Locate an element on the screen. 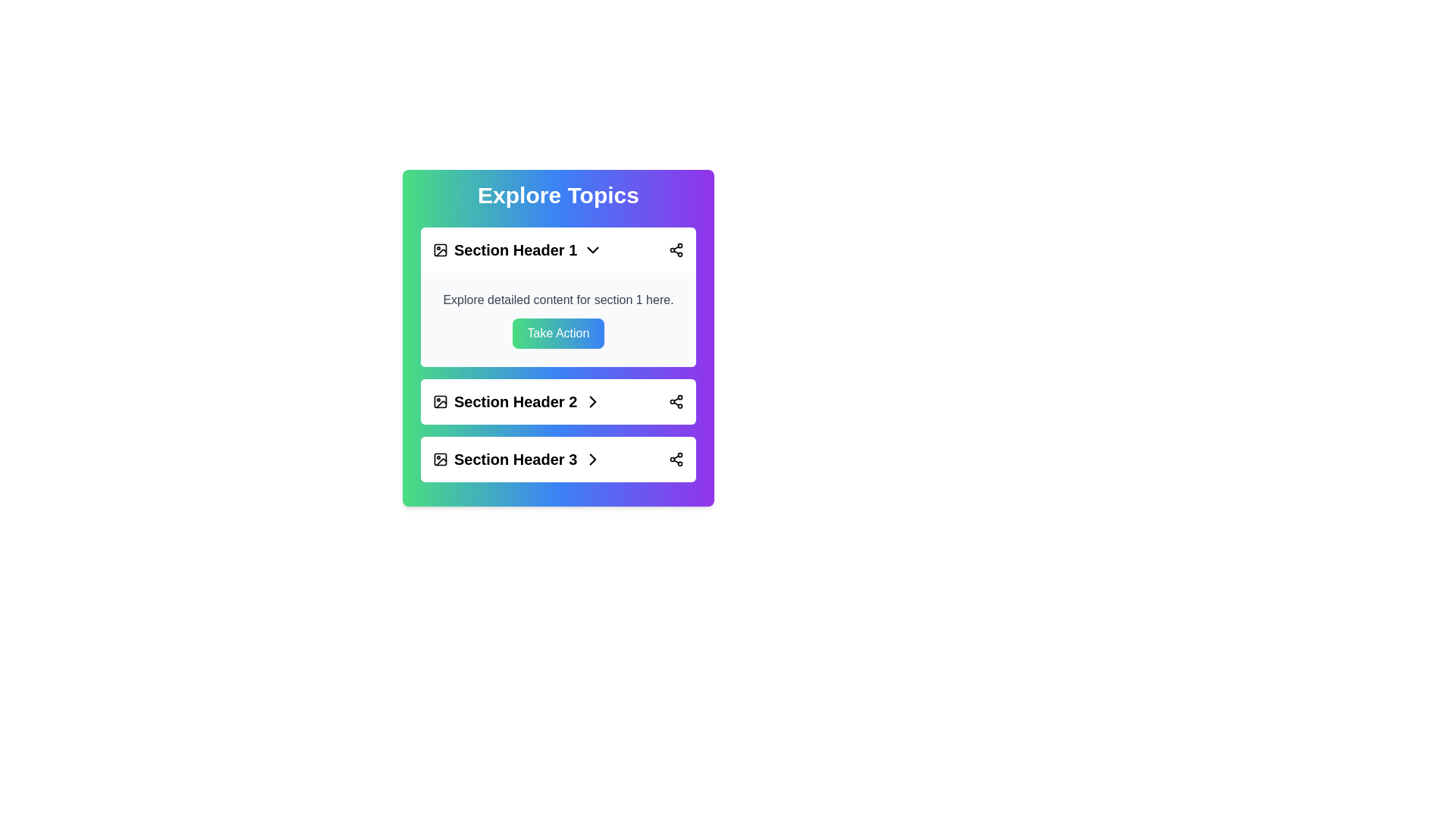 The height and width of the screenshot is (819, 1456). the toggle icon is located at coordinates (592, 249).